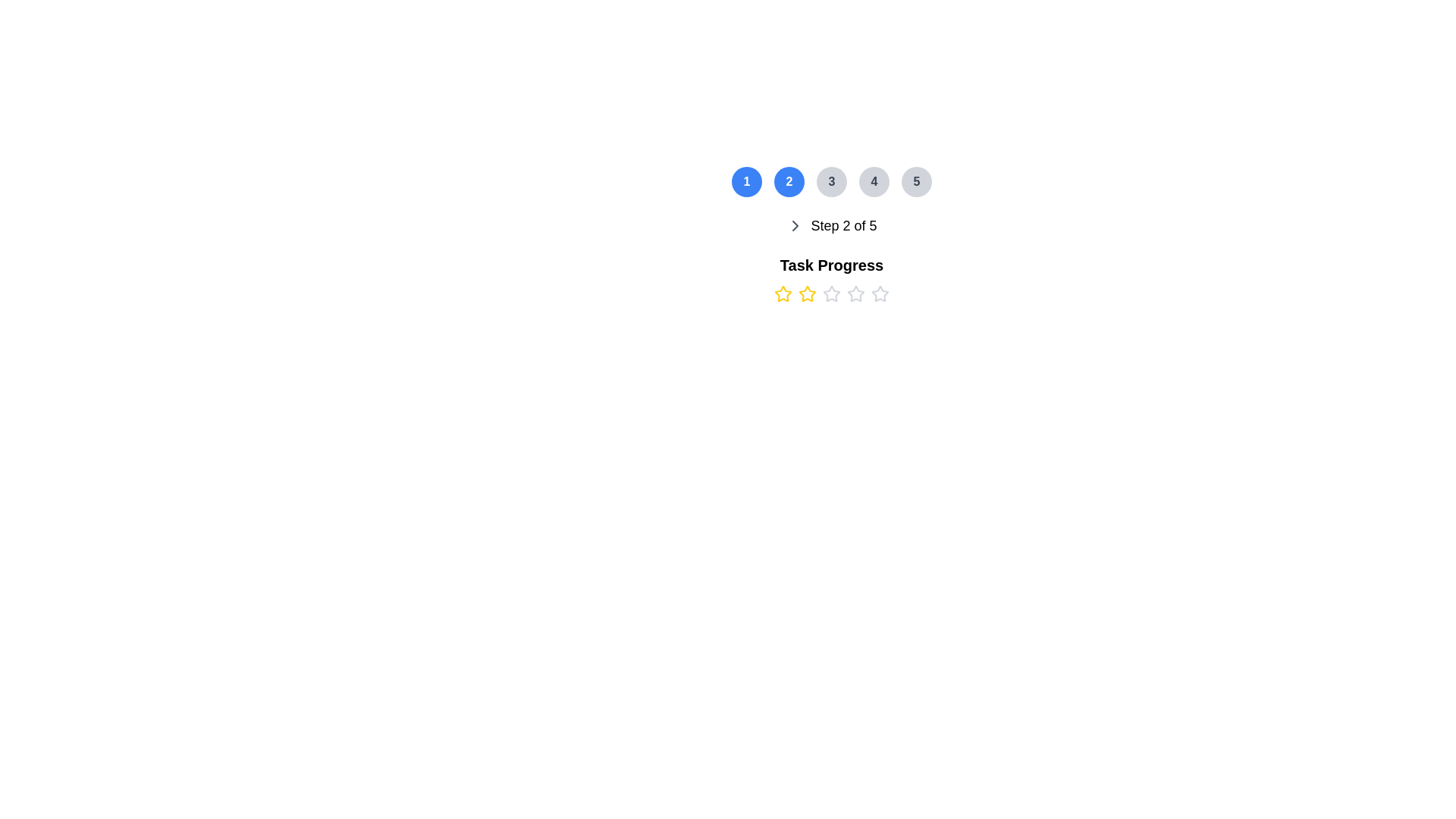  I want to click on the text label displaying 'Step 2 of 5', which is styled in bold and positioned adjacent to a chevron icon, so click(843, 225).